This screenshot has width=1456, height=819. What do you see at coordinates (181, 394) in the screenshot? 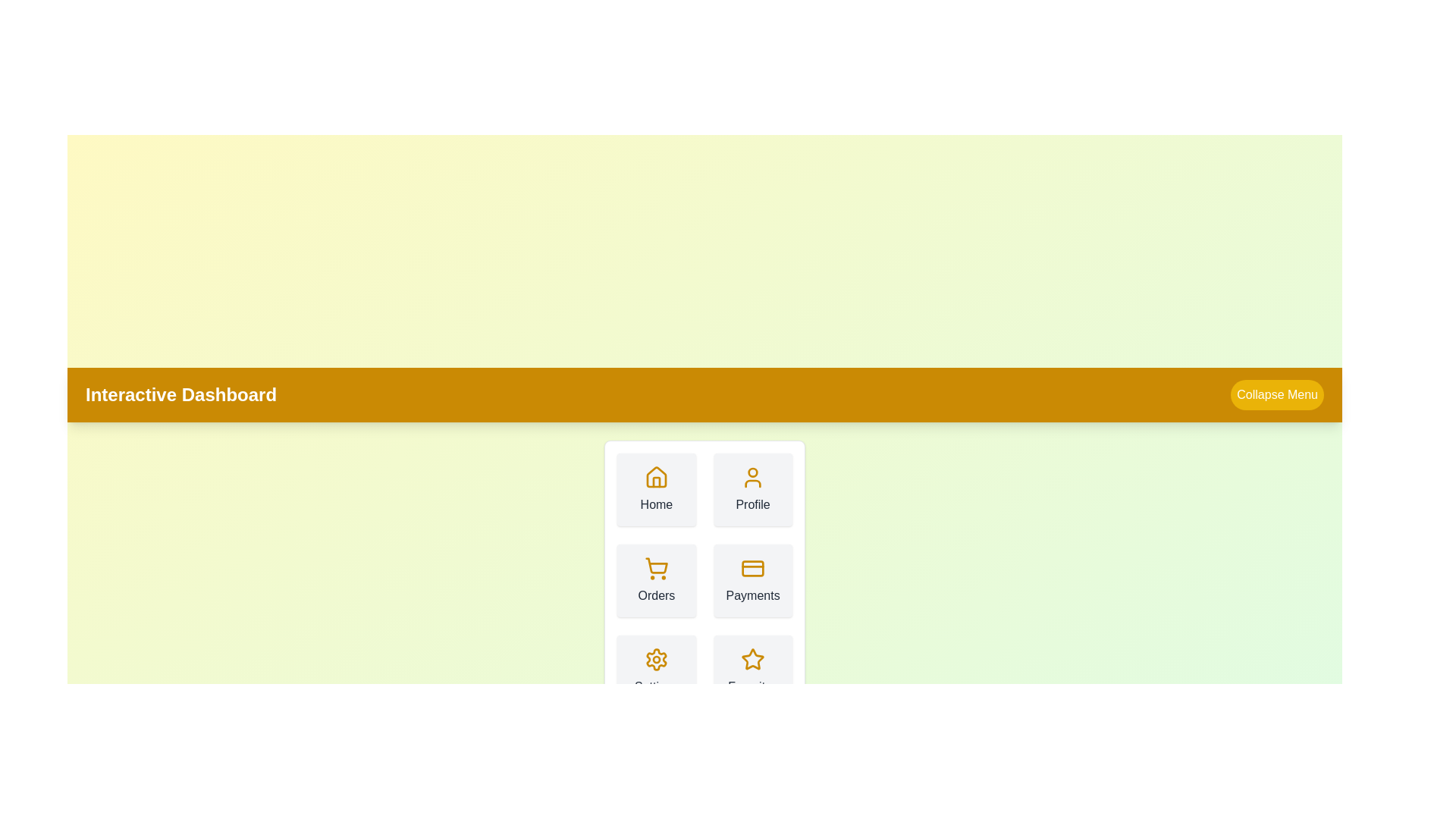
I see `the text 'Interactive Dashboard' in the header` at bounding box center [181, 394].